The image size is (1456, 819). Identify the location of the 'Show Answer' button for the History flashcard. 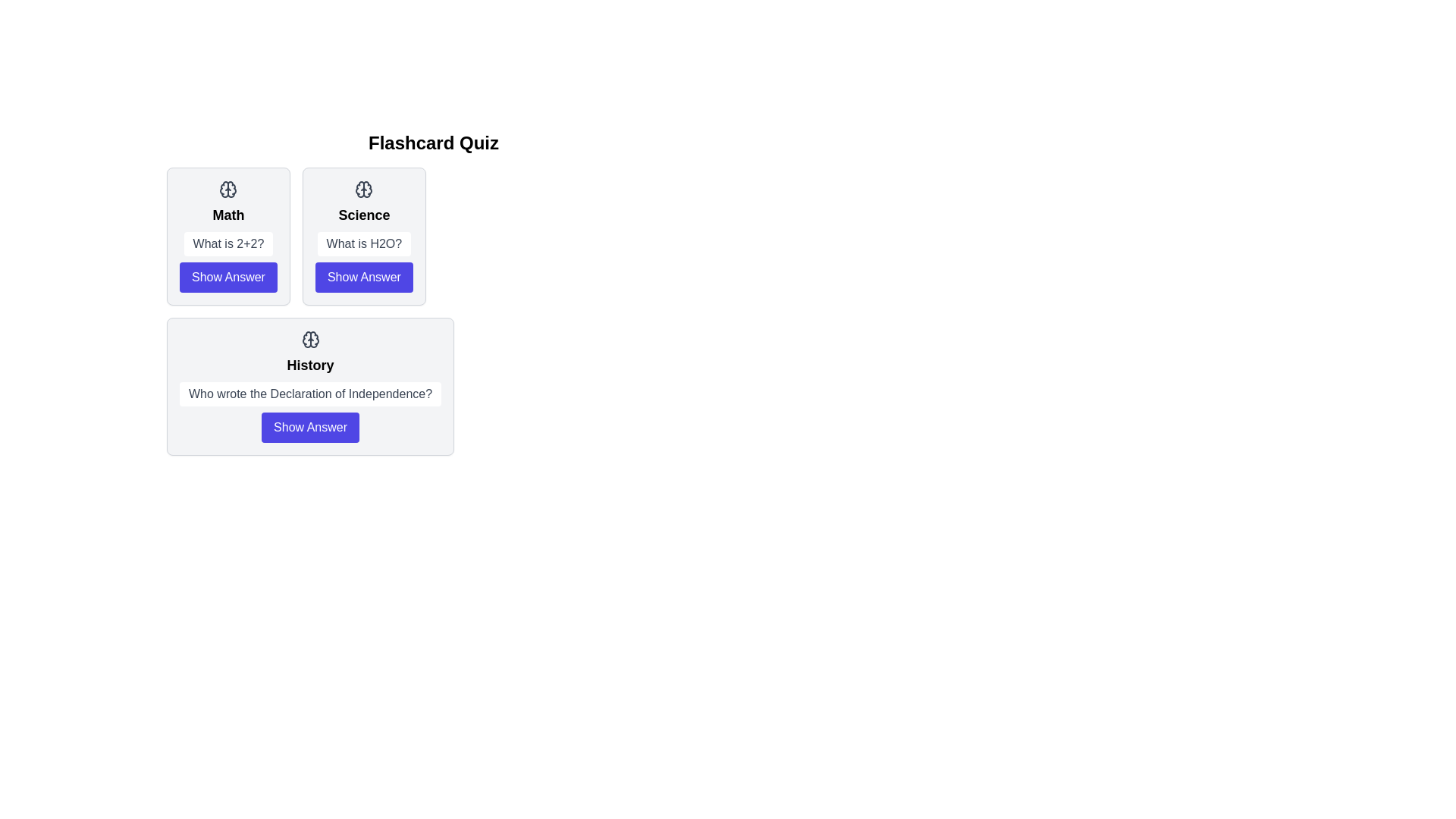
(309, 427).